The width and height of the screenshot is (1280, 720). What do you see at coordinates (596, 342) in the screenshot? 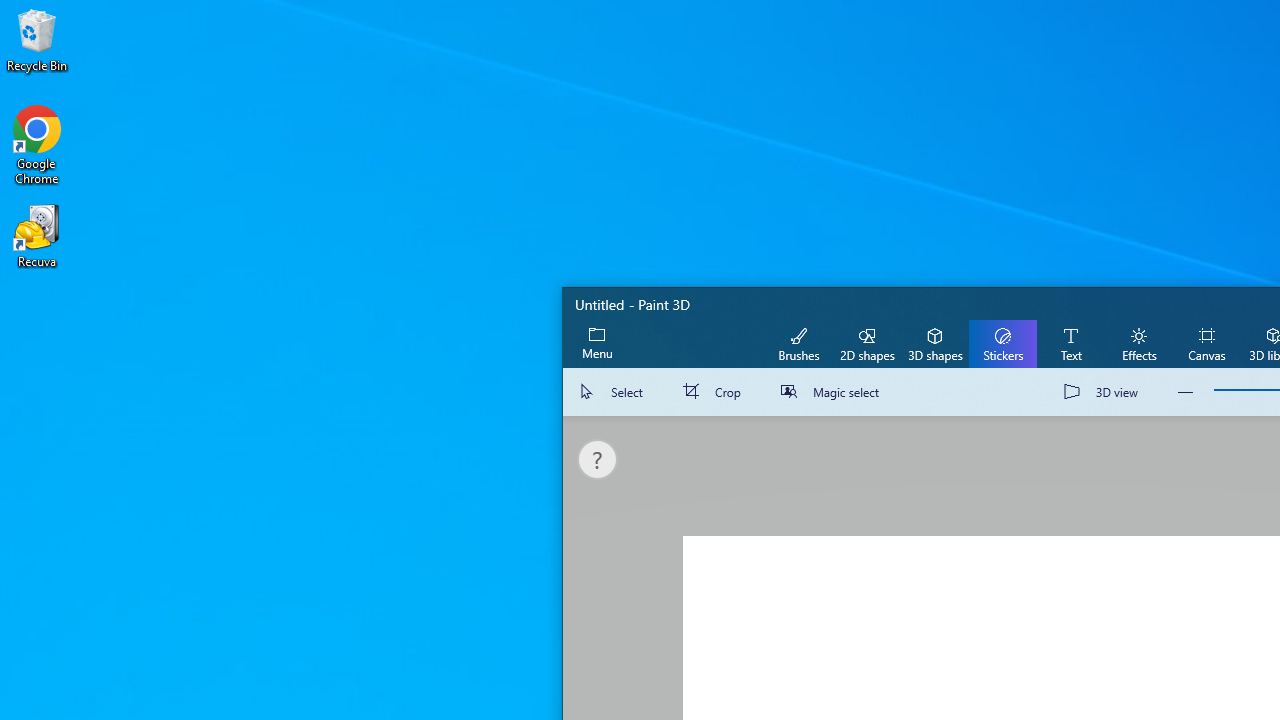
I see `'Expand menu'` at bounding box center [596, 342].